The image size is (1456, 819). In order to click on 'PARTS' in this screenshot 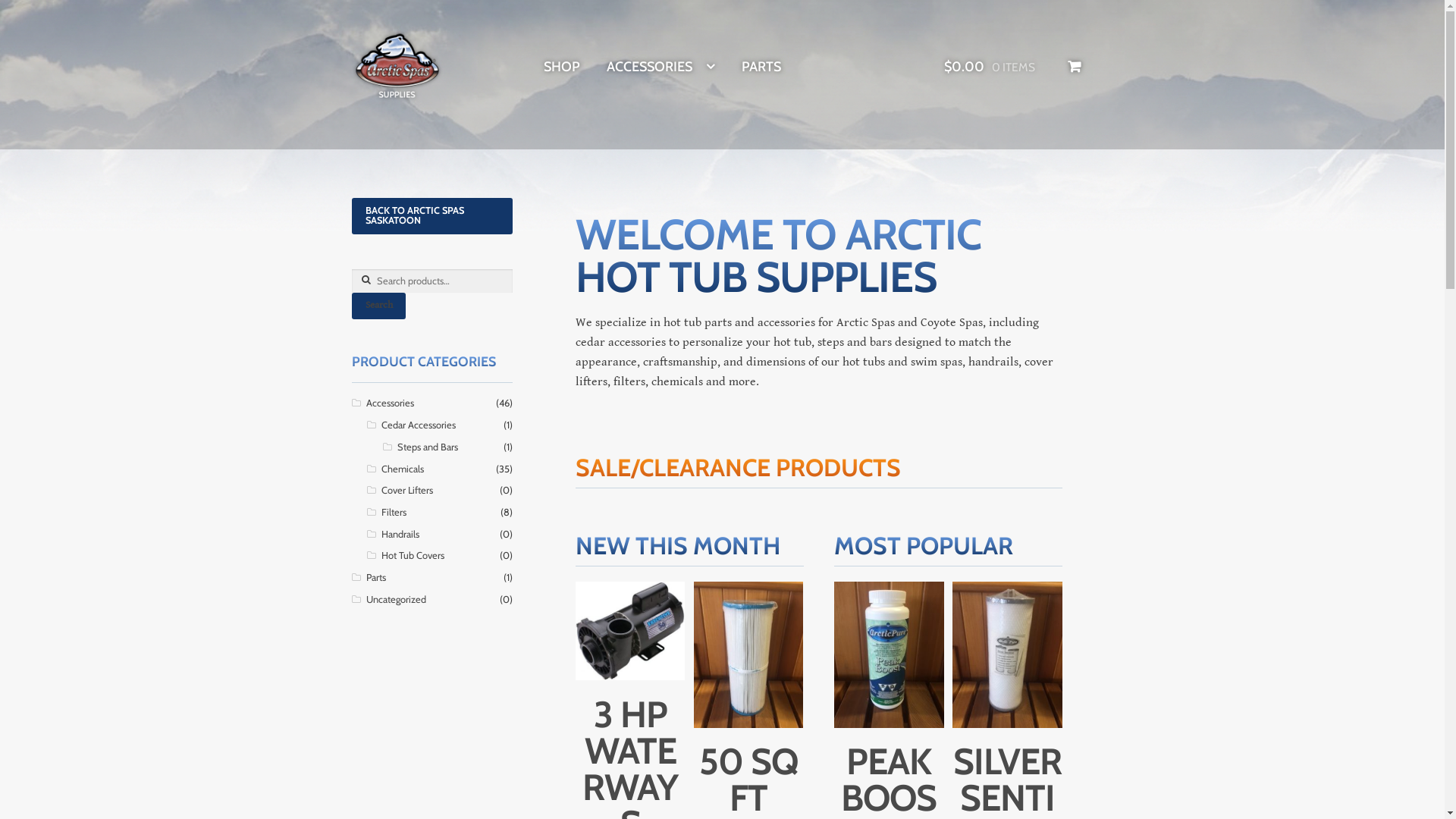, I will do `click(742, 66)`.